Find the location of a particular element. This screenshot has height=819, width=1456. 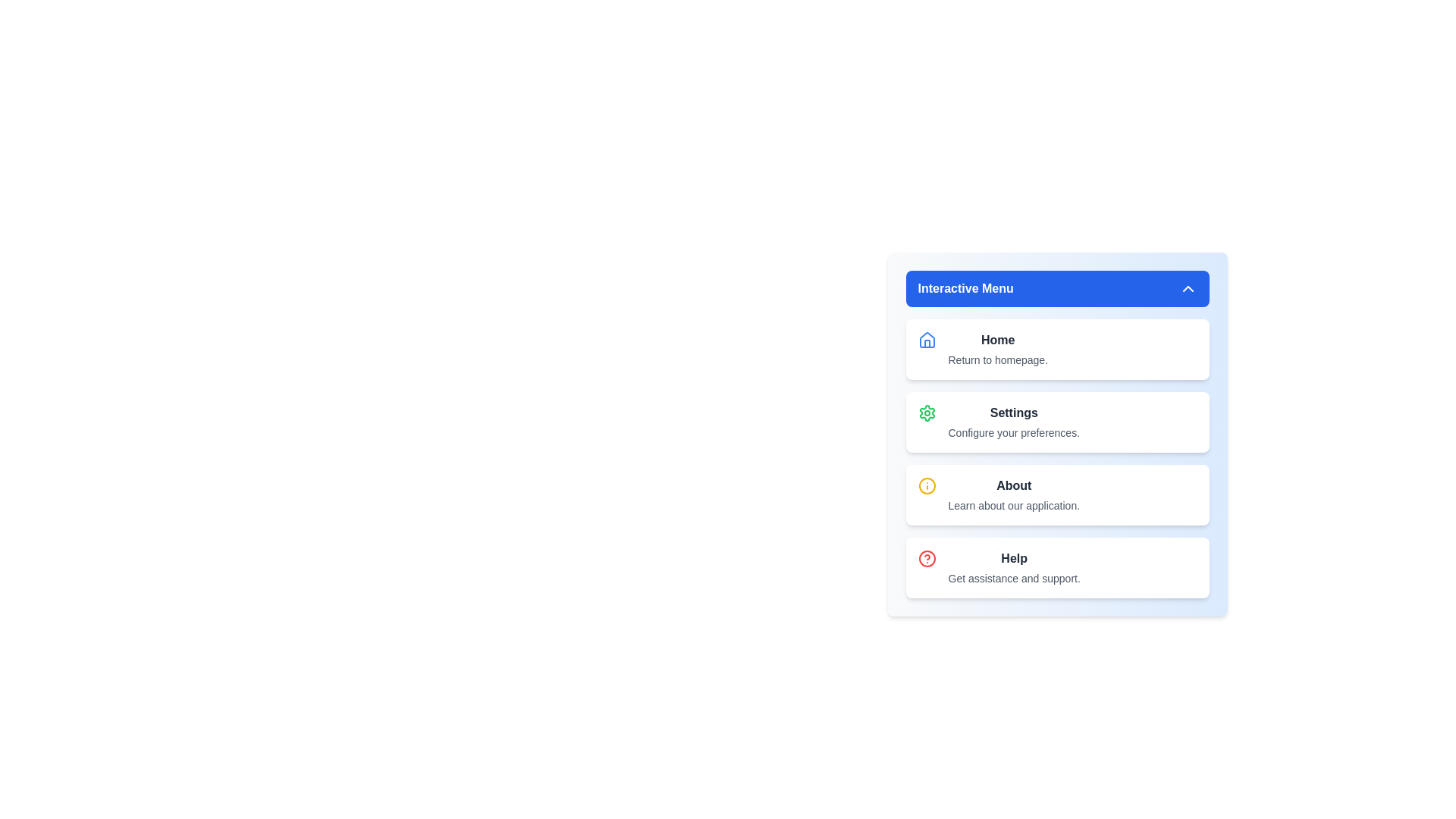

the small circular icon with a yellow border that resembles an information symbol, located in the 'About' section of the interactive menu is located at coordinates (926, 485).